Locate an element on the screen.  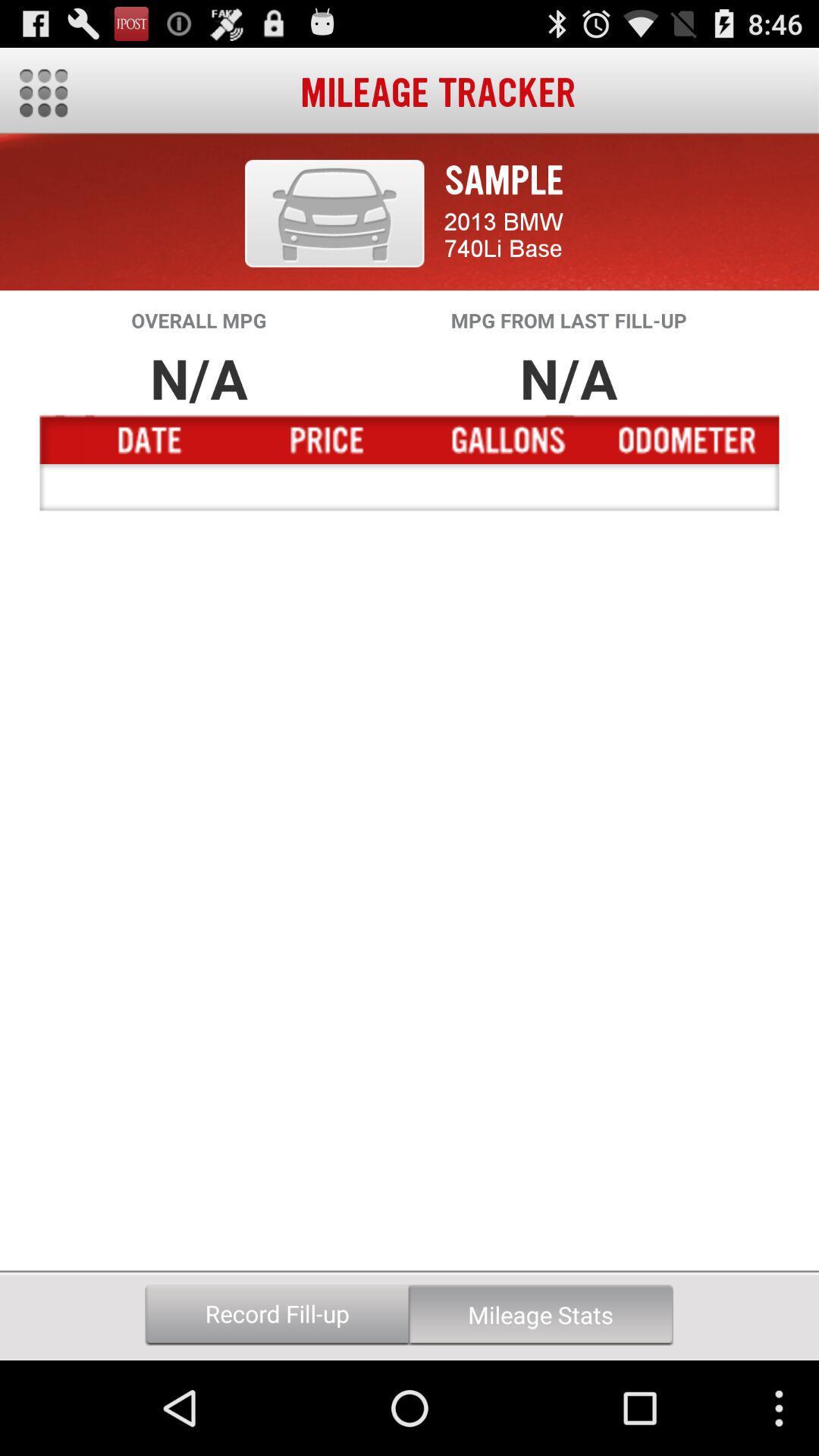
item above the overall mpg item is located at coordinates (334, 212).